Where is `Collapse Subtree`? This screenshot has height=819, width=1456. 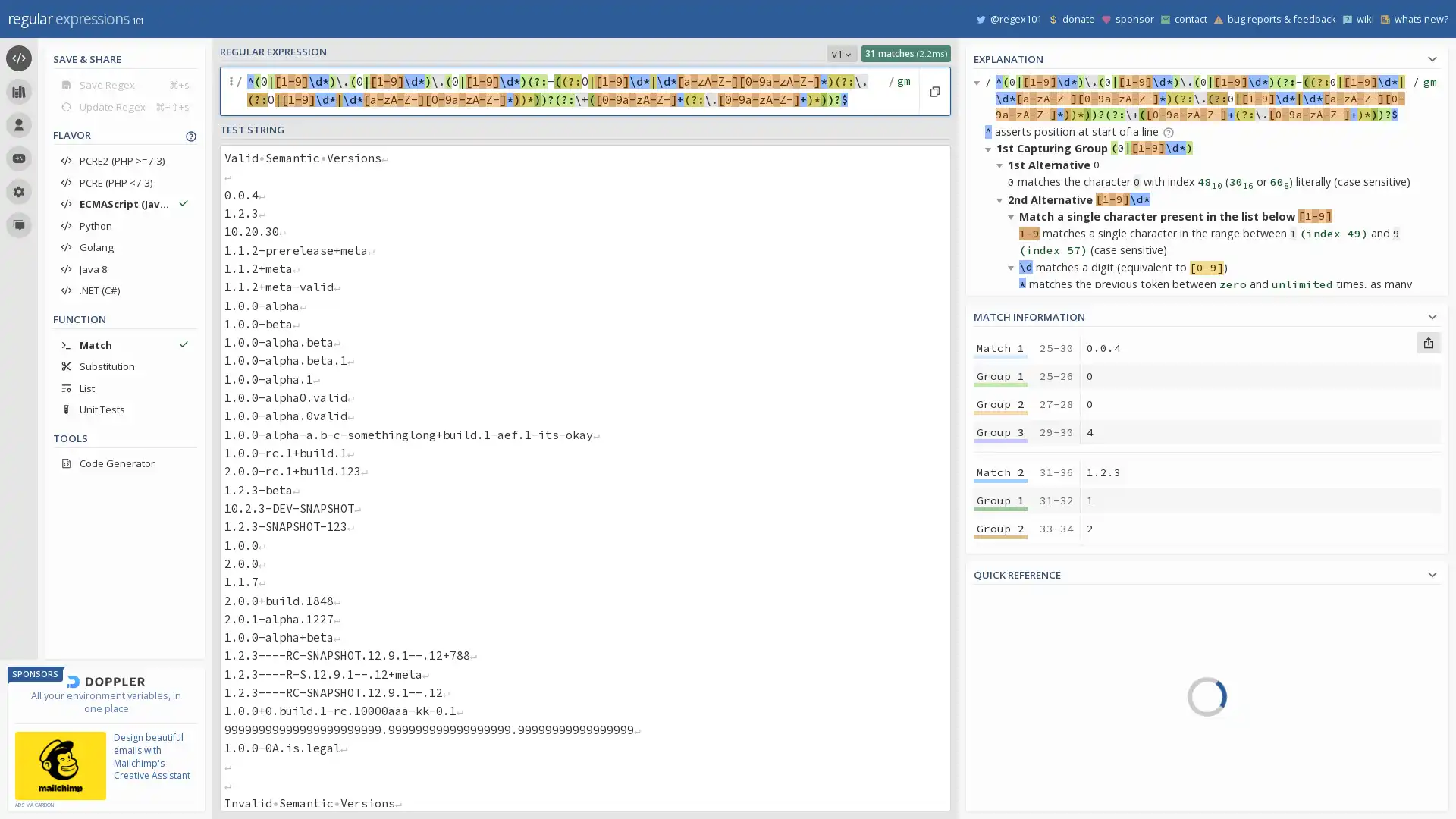 Collapse Subtree is located at coordinates (1002, 797).